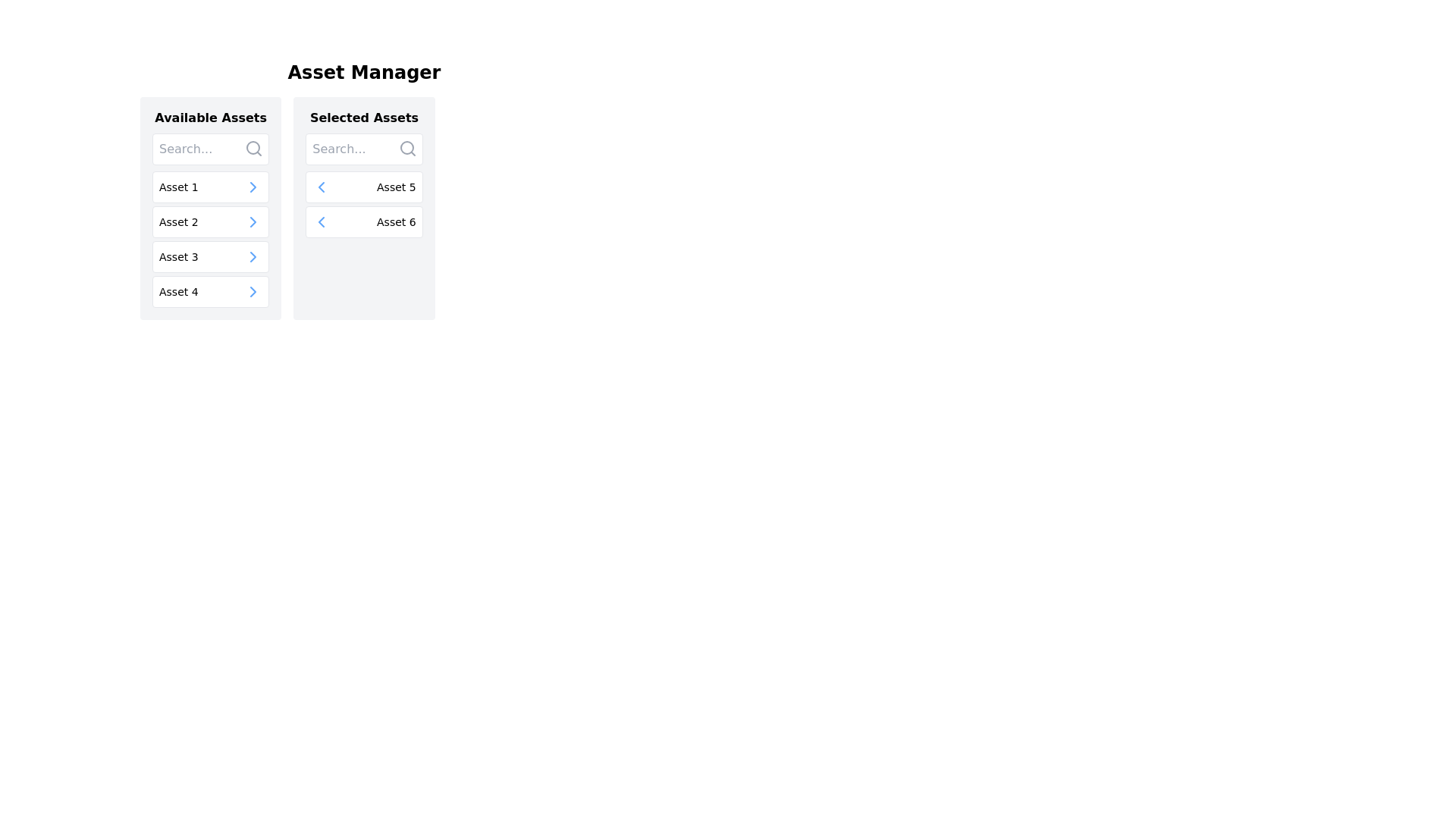 This screenshot has width=1456, height=819. Describe the element at coordinates (364, 186) in the screenshot. I see `the selected list item labeled 'Asset 5'` at that location.